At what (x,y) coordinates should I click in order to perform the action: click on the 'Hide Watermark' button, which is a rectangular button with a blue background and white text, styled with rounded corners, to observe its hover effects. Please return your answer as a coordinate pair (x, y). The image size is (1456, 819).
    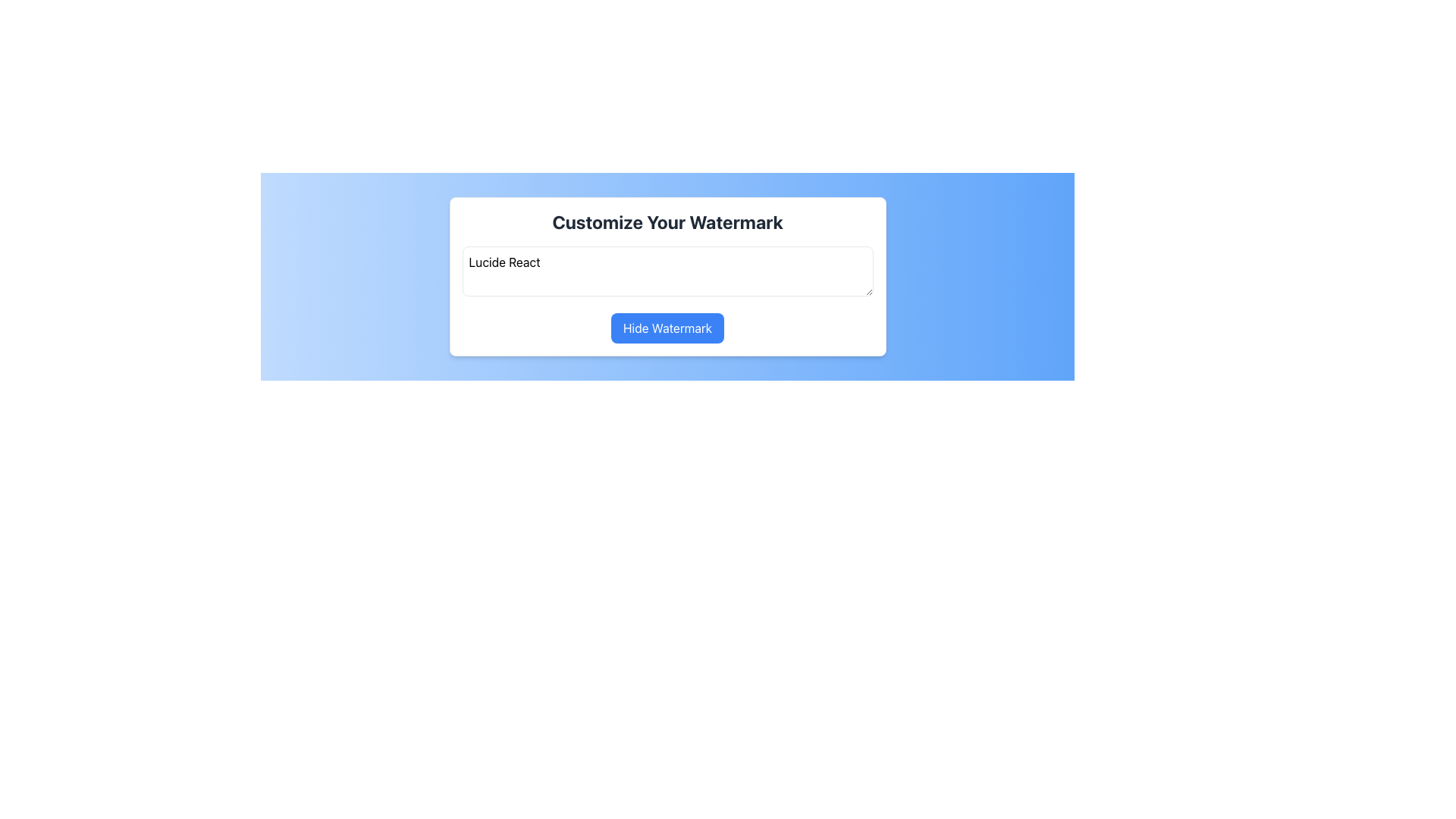
    Looking at the image, I should click on (667, 327).